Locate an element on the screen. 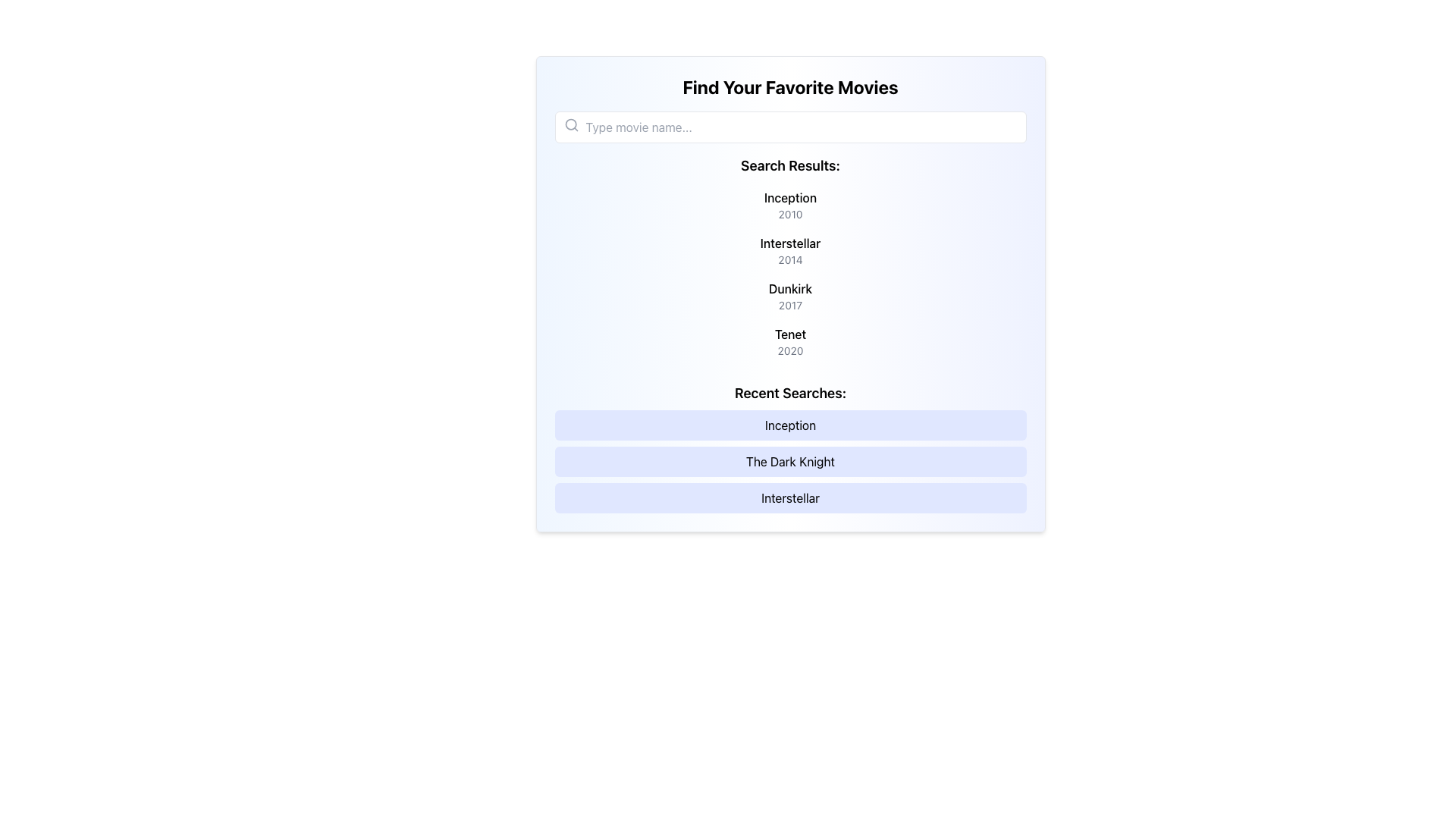 This screenshot has width=1456, height=819. the title of the fourth movie in the 'Search Results' section is located at coordinates (789, 333).